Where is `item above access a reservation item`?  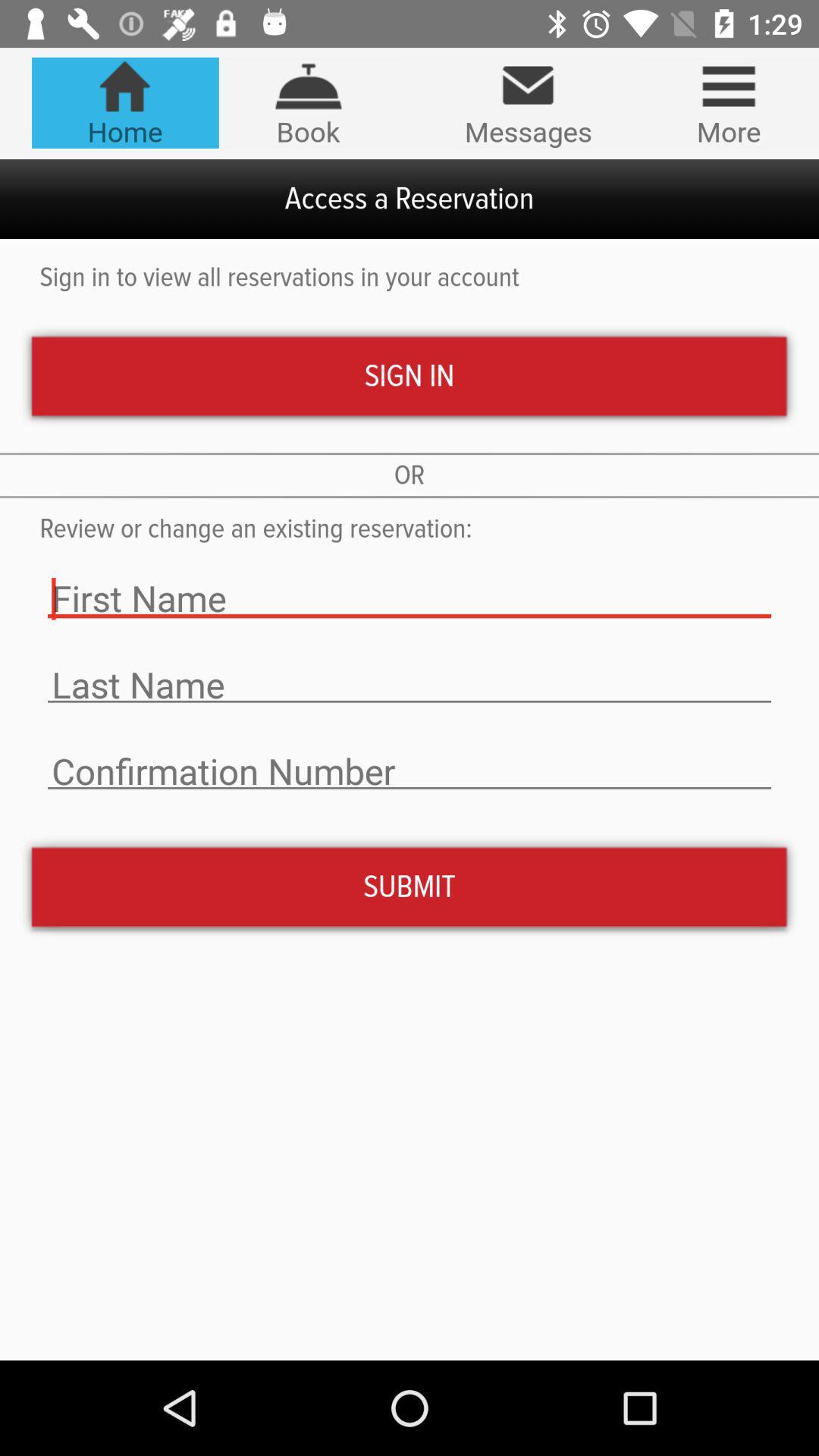 item above access a reservation item is located at coordinates (527, 102).